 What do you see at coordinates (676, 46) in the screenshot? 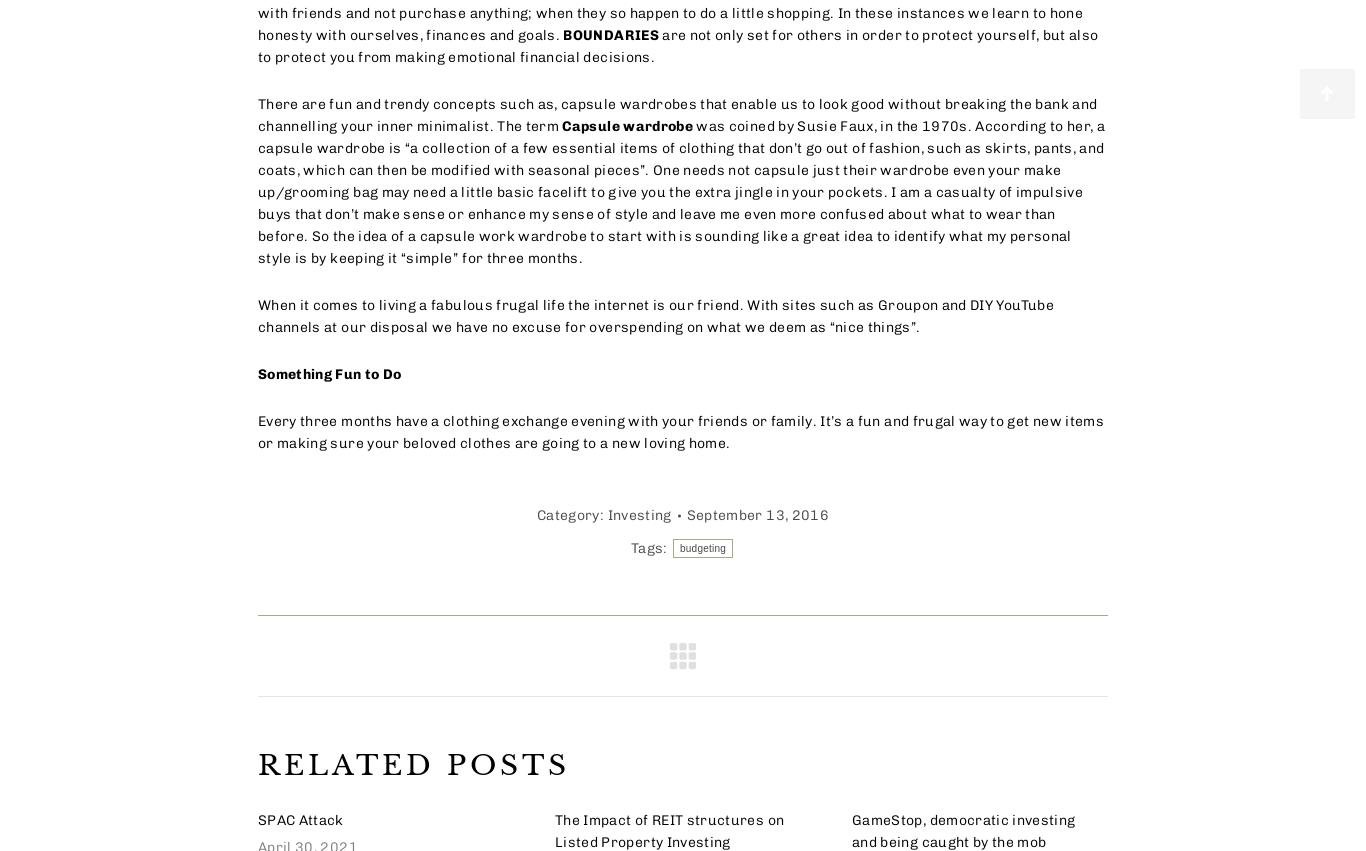
I see `'are not only set for others in order to protect yourself, but also to protect you from making emotional financial decisions.'` at bounding box center [676, 46].